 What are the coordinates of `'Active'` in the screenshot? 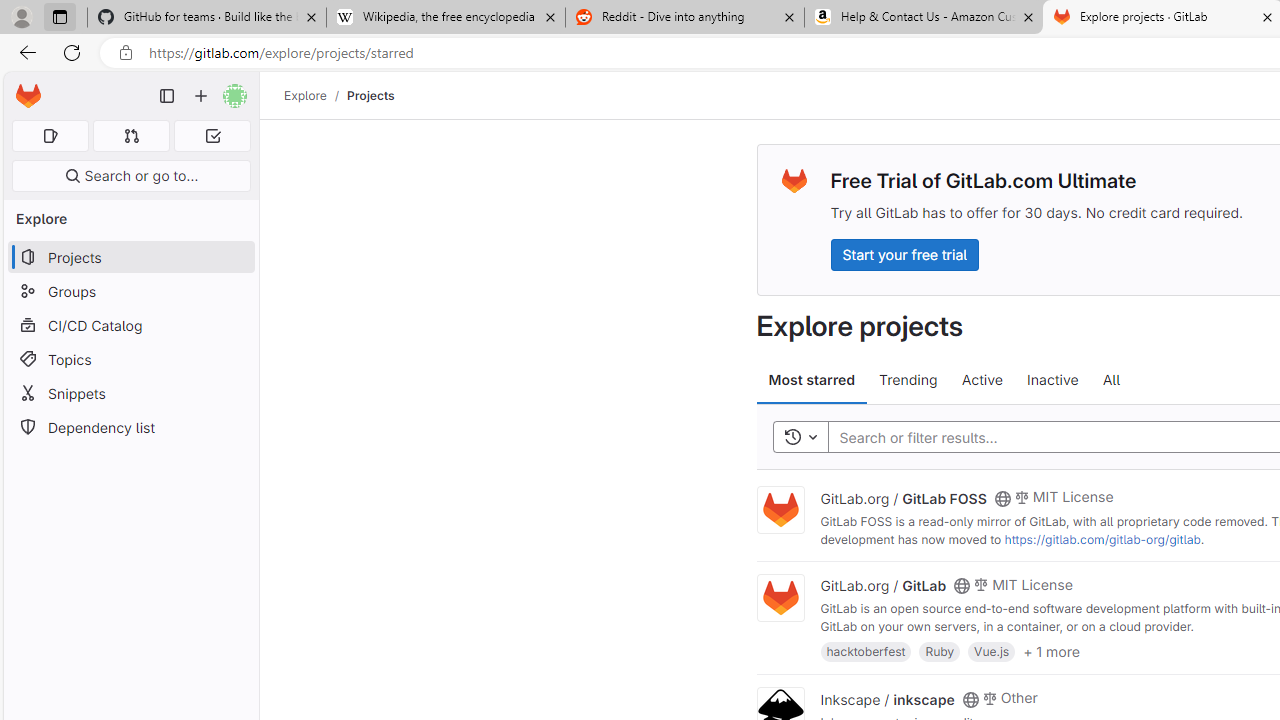 It's located at (982, 380).